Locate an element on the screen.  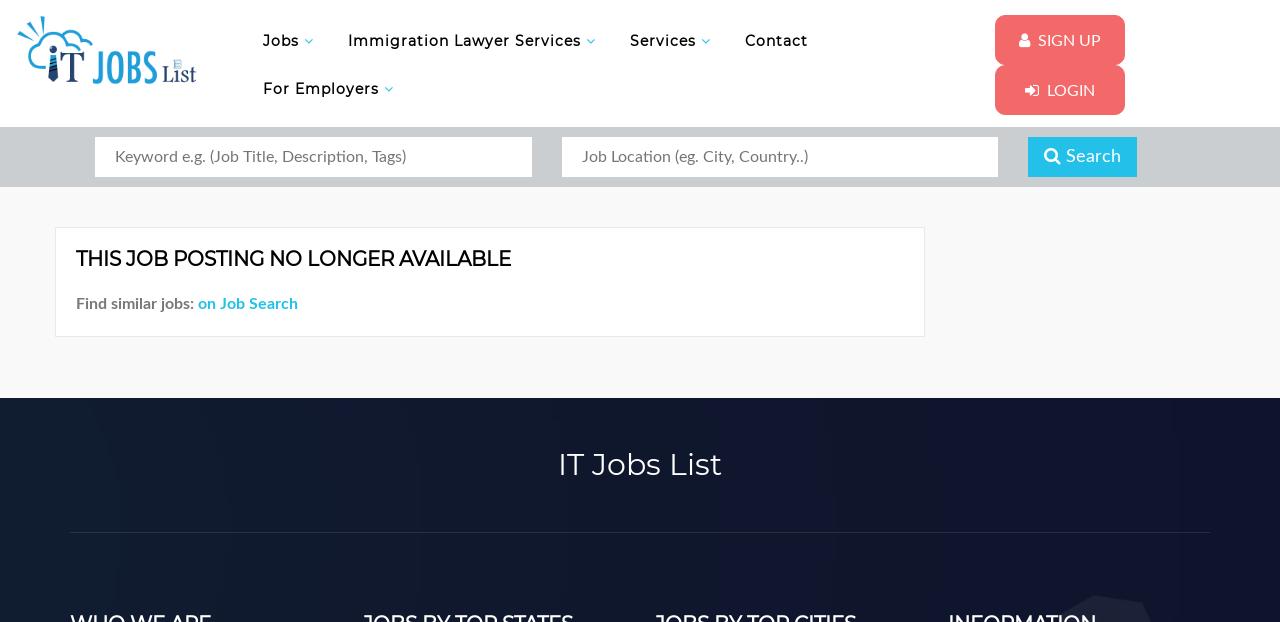
'GREEN CARD PROCESS' is located at coordinates (450, 334).